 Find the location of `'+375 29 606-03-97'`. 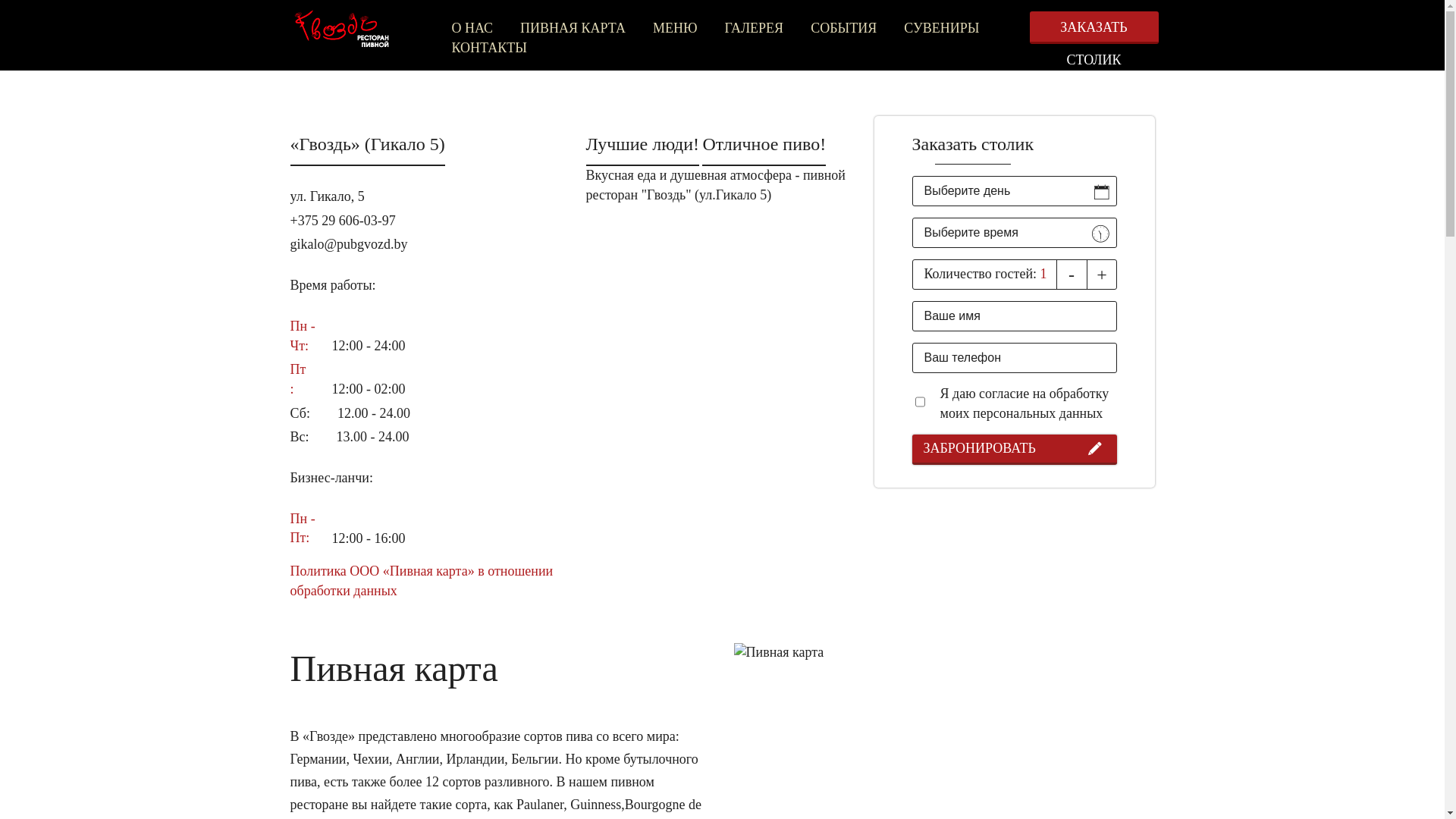

'+375 29 606-03-97' is located at coordinates (341, 220).